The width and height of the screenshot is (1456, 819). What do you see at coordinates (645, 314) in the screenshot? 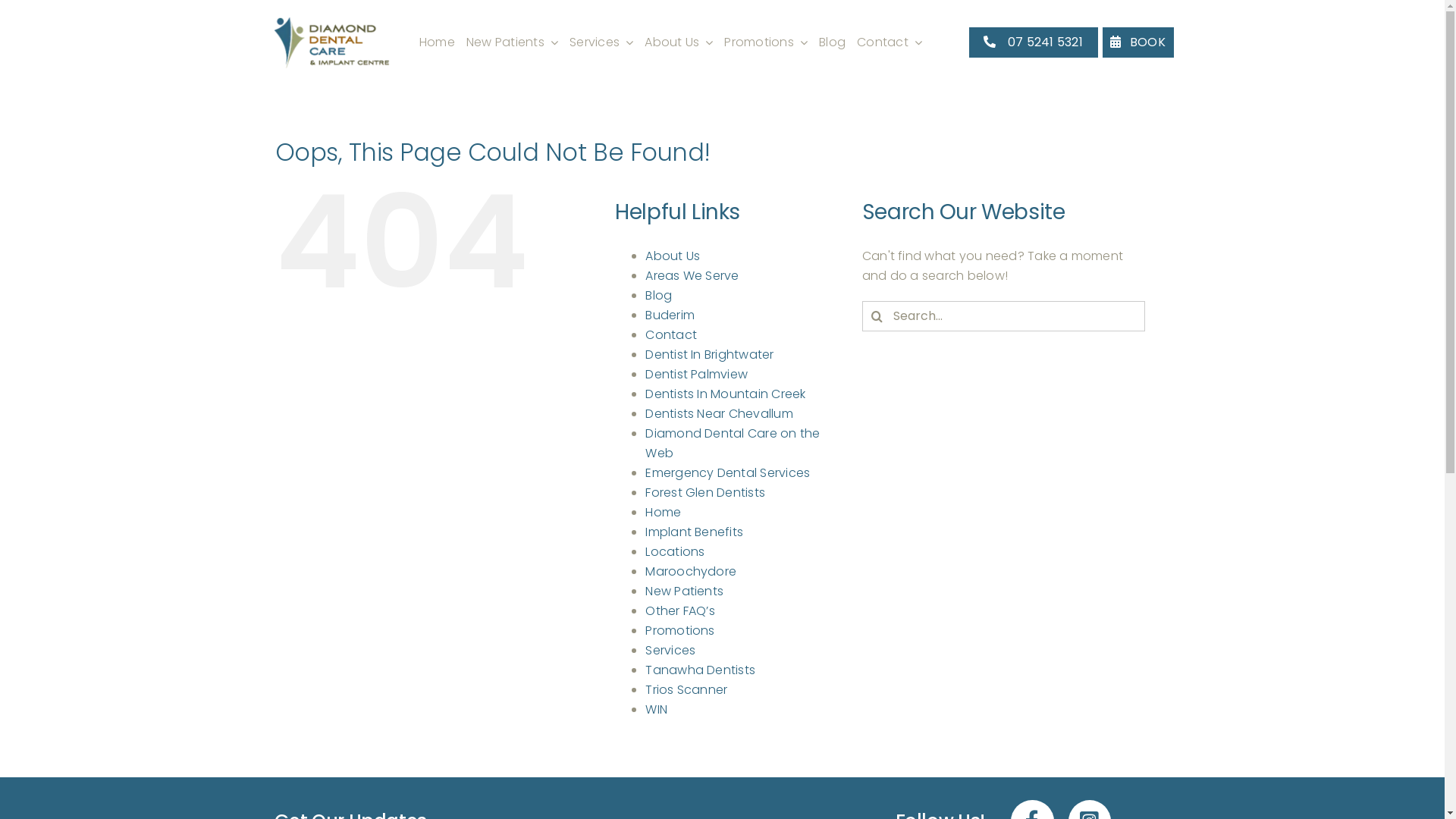
I see `'Buderim'` at bounding box center [645, 314].